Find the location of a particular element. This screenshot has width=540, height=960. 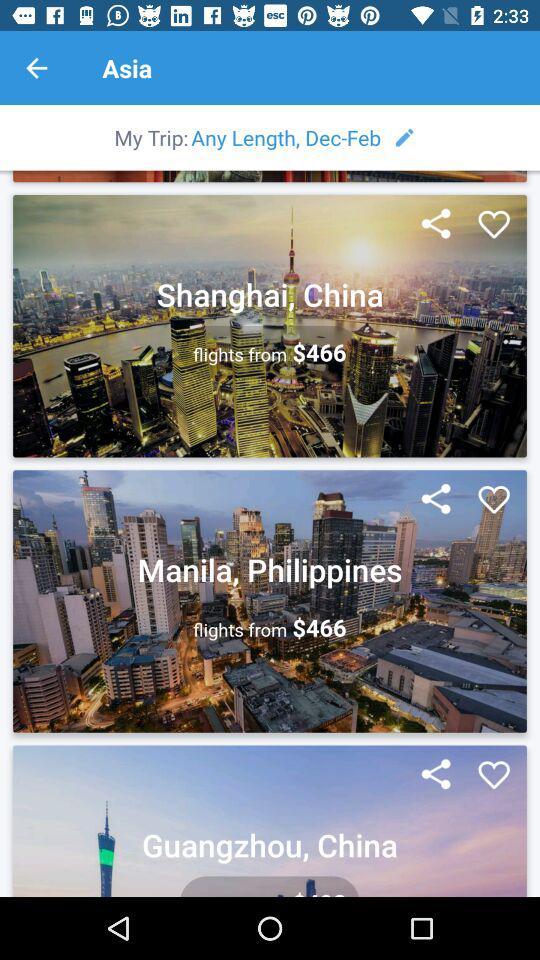

favorite is located at coordinates (493, 225).